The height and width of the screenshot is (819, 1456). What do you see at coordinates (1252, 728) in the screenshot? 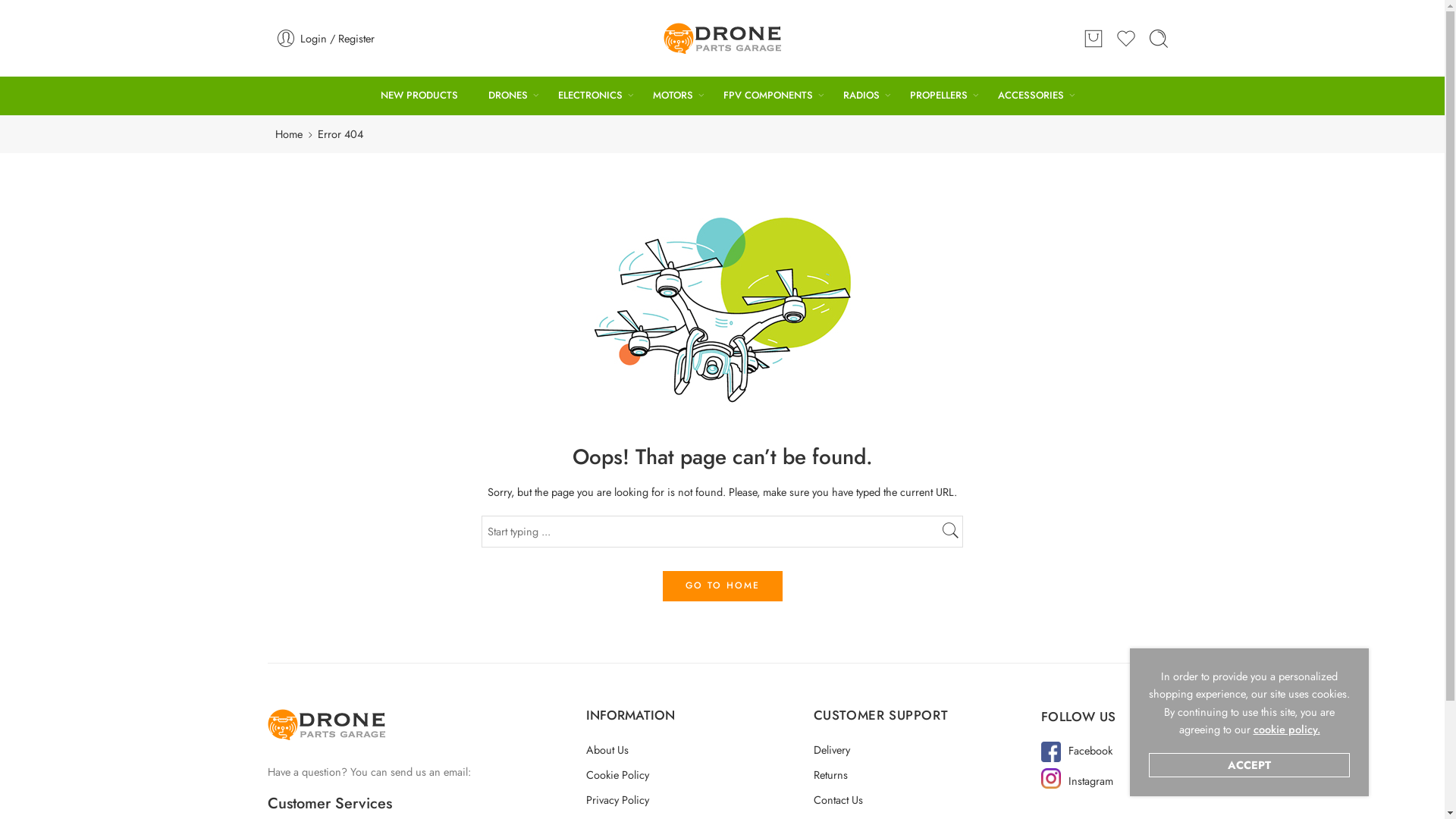
I see `'cookie policy.'` at bounding box center [1252, 728].